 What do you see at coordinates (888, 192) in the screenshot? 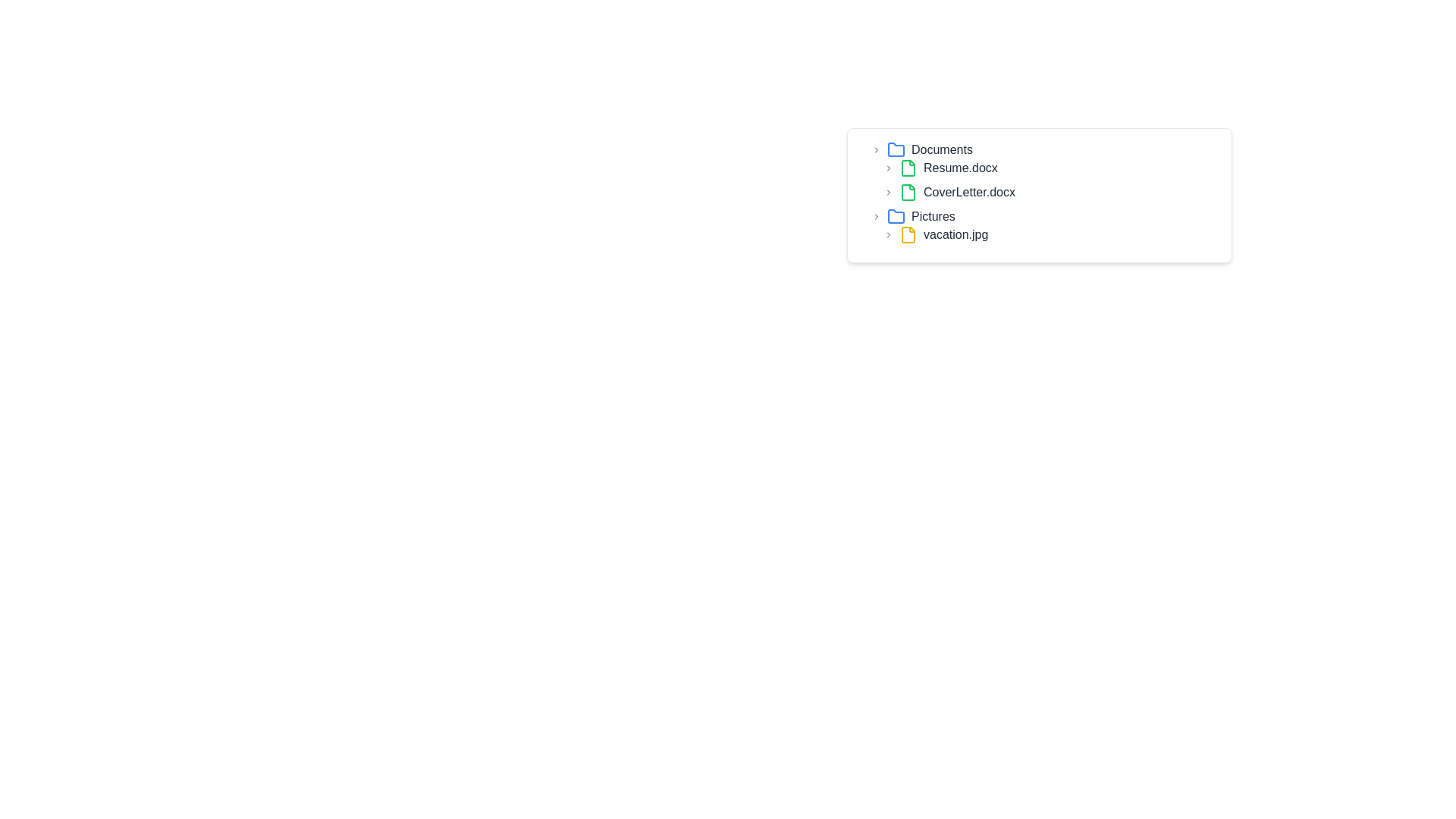
I see `the rightward-facing gray chevron icon located to the left of the text label 'CoverLetter.docx'` at bounding box center [888, 192].